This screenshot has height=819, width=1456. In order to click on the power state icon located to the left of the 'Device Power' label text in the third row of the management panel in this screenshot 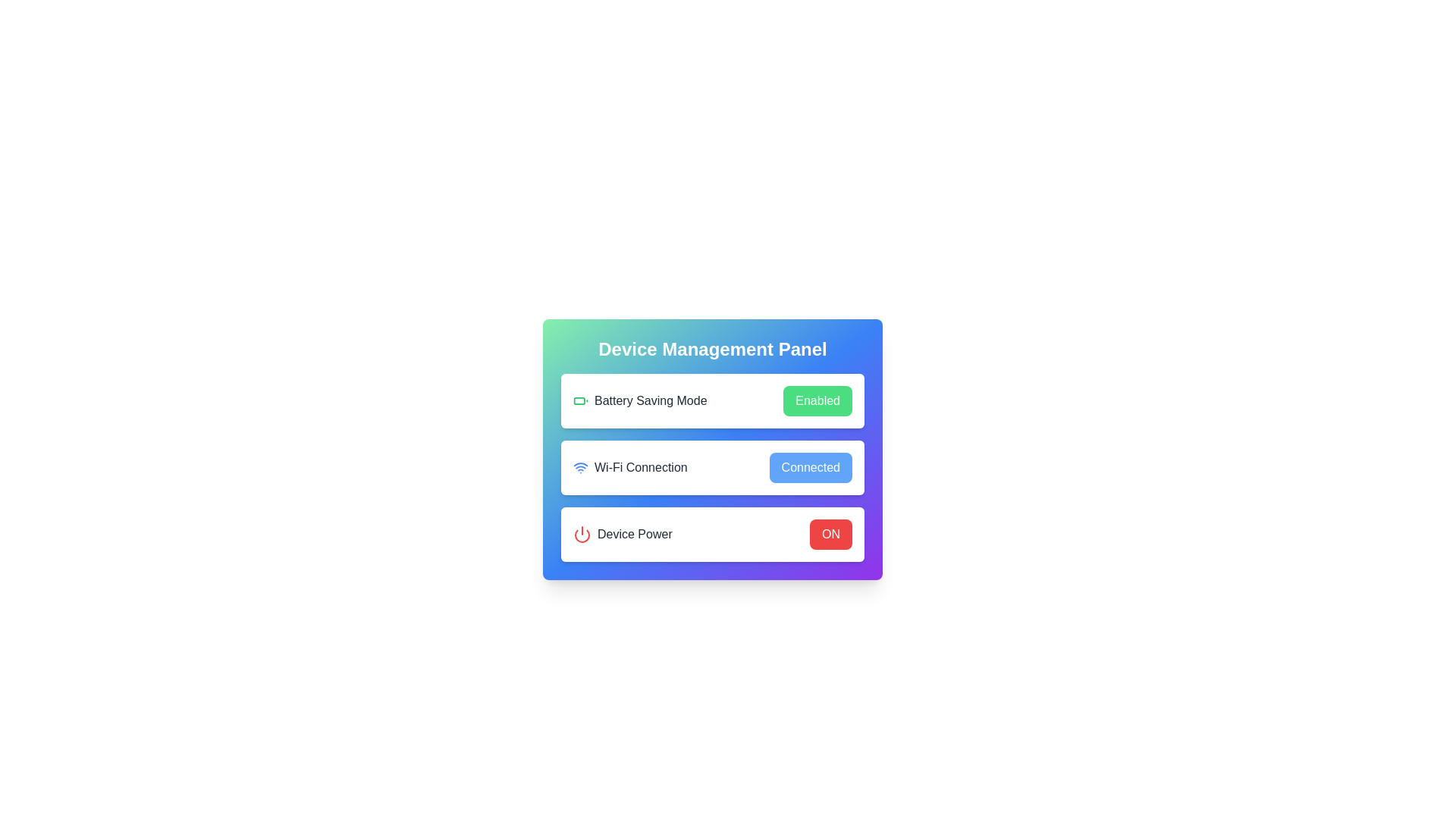, I will do `click(582, 534)`.